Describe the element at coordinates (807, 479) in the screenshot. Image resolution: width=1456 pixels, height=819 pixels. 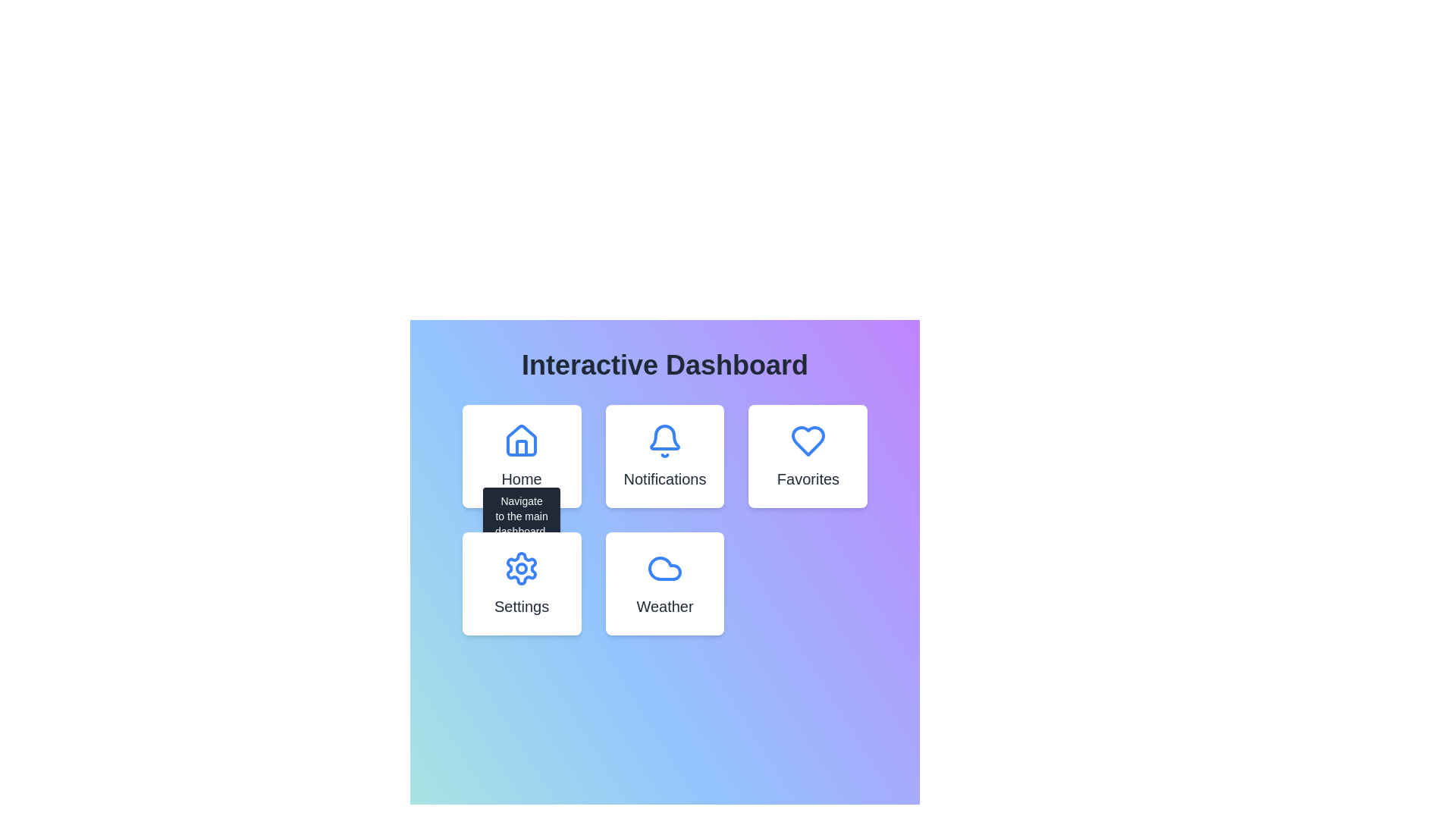
I see `the Text label that describes the card's purpose related to favorites, positioned below the heart icon in the third card from the left in the top row of a grid layout` at that location.